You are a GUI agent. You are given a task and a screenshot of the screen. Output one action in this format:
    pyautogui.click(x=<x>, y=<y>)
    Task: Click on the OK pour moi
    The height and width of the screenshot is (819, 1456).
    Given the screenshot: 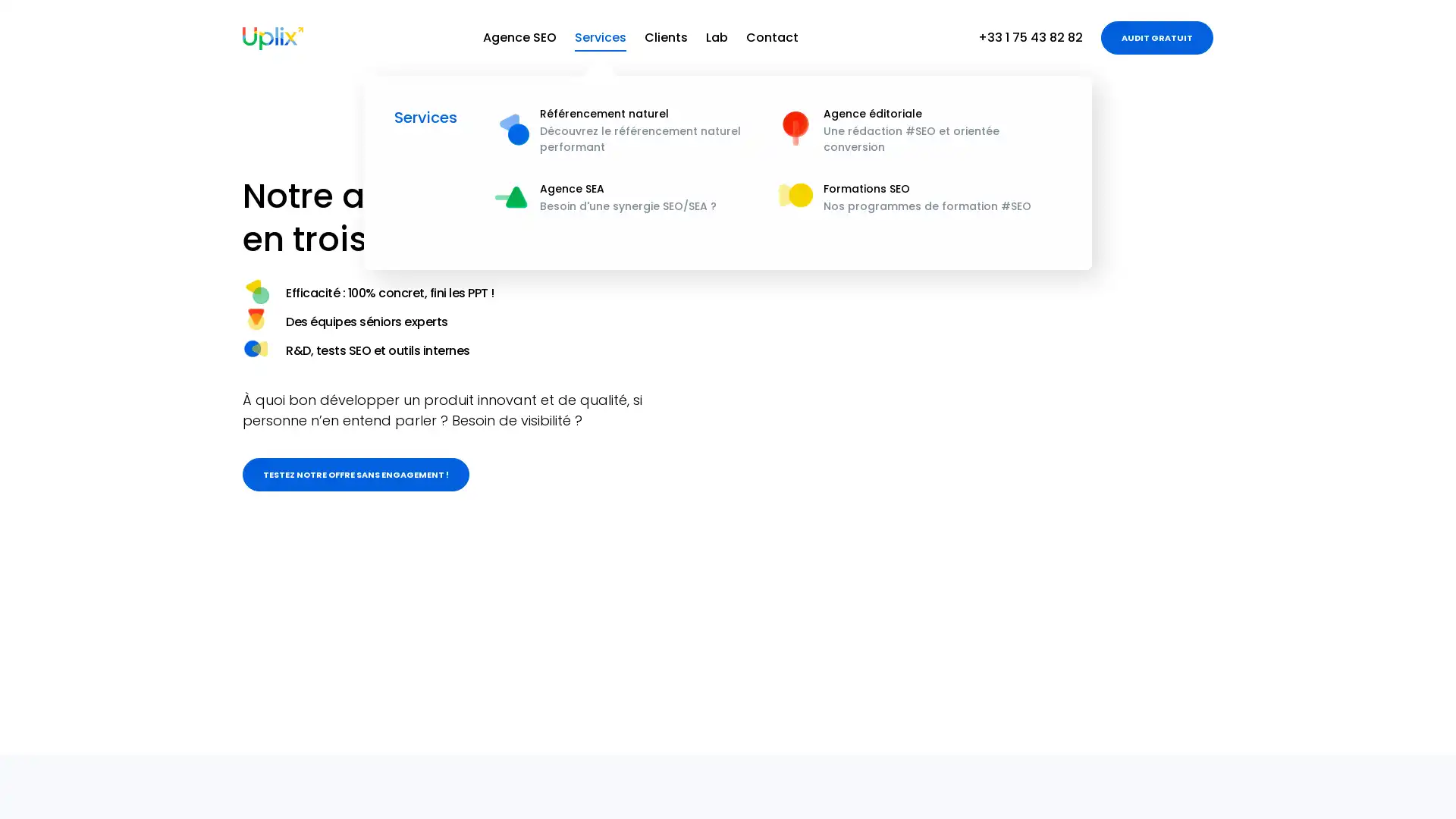 What is the action you would take?
    pyautogui.click(x=1387, y=742)
    